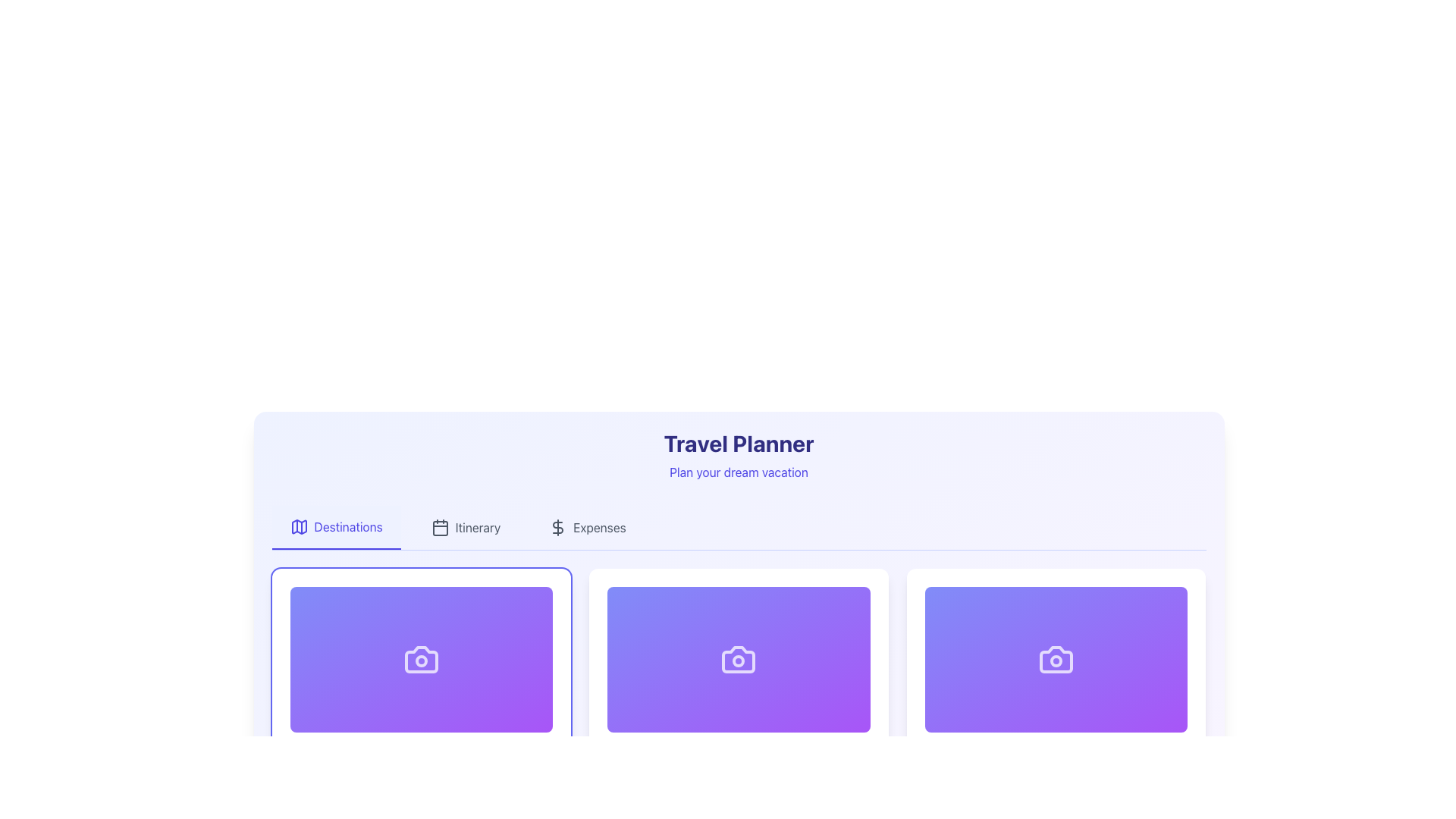 Image resolution: width=1456 pixels, height=819 pixels. Describe the element at coordinates (739, 659) in the screenshot. I see `the camera icon located centrally within the middle card of the grid in the 'Travel Planner' section` at that location.